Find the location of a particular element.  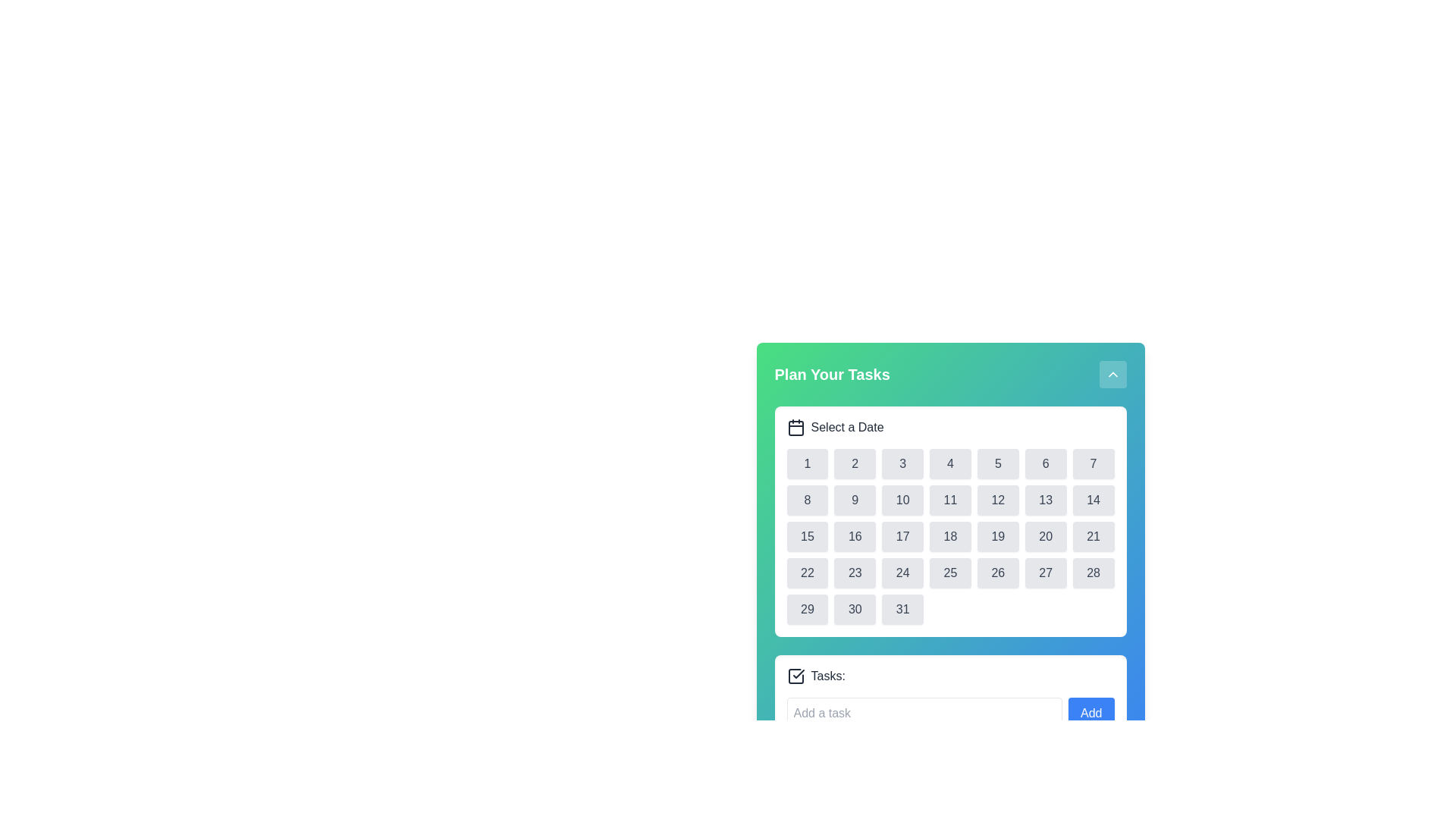

the rectangular button with rounded corners labeled '8' in a calendar-like interface is located at coordinates (806, 500).